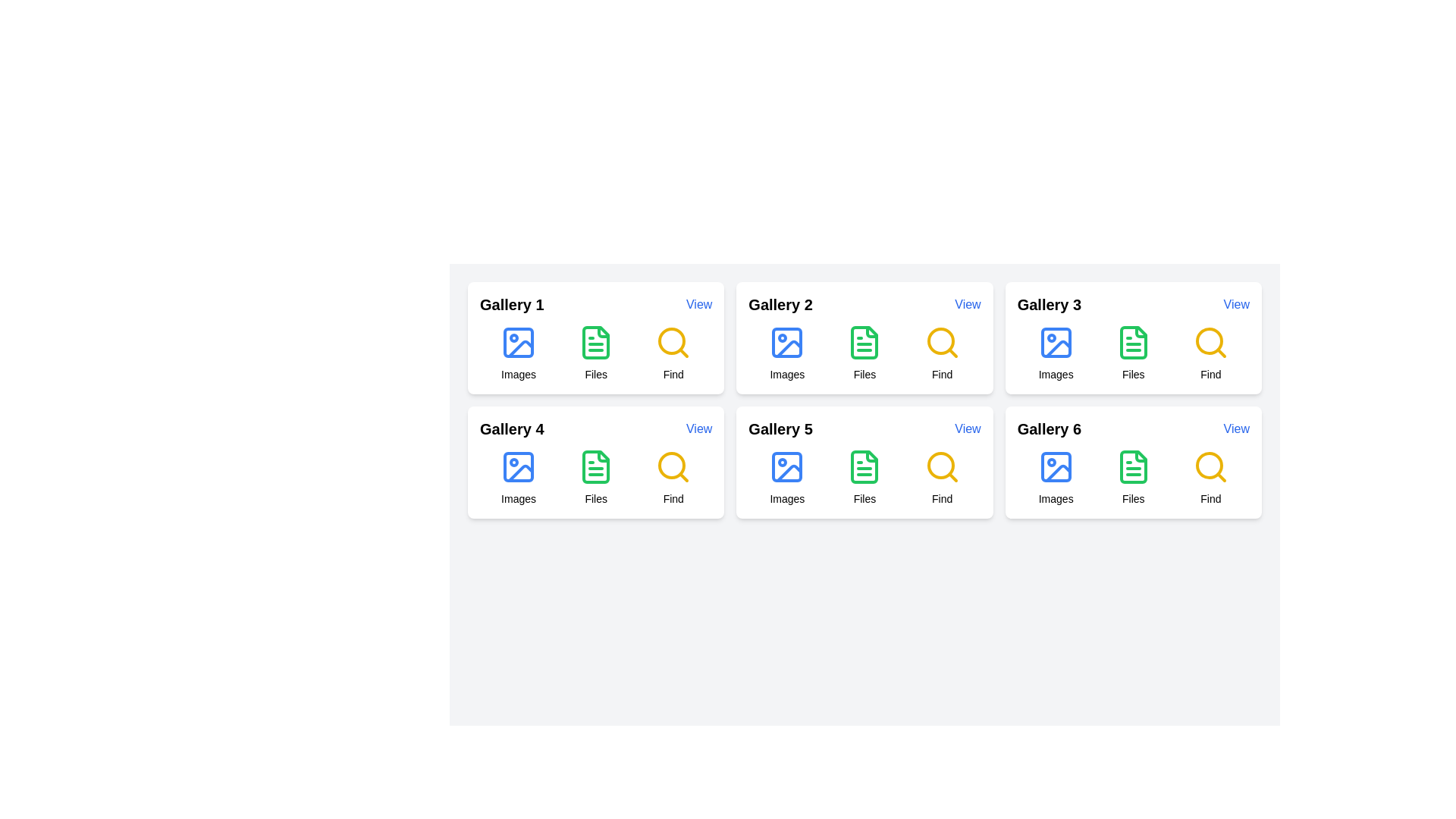 The height and width of the screenshot is (819, 1456). I want to click on the small rounded rectangle inside the blue image icon of the 'Gallery 6' card, located in the second row, third column of the grid layout, so click(1055, 466).